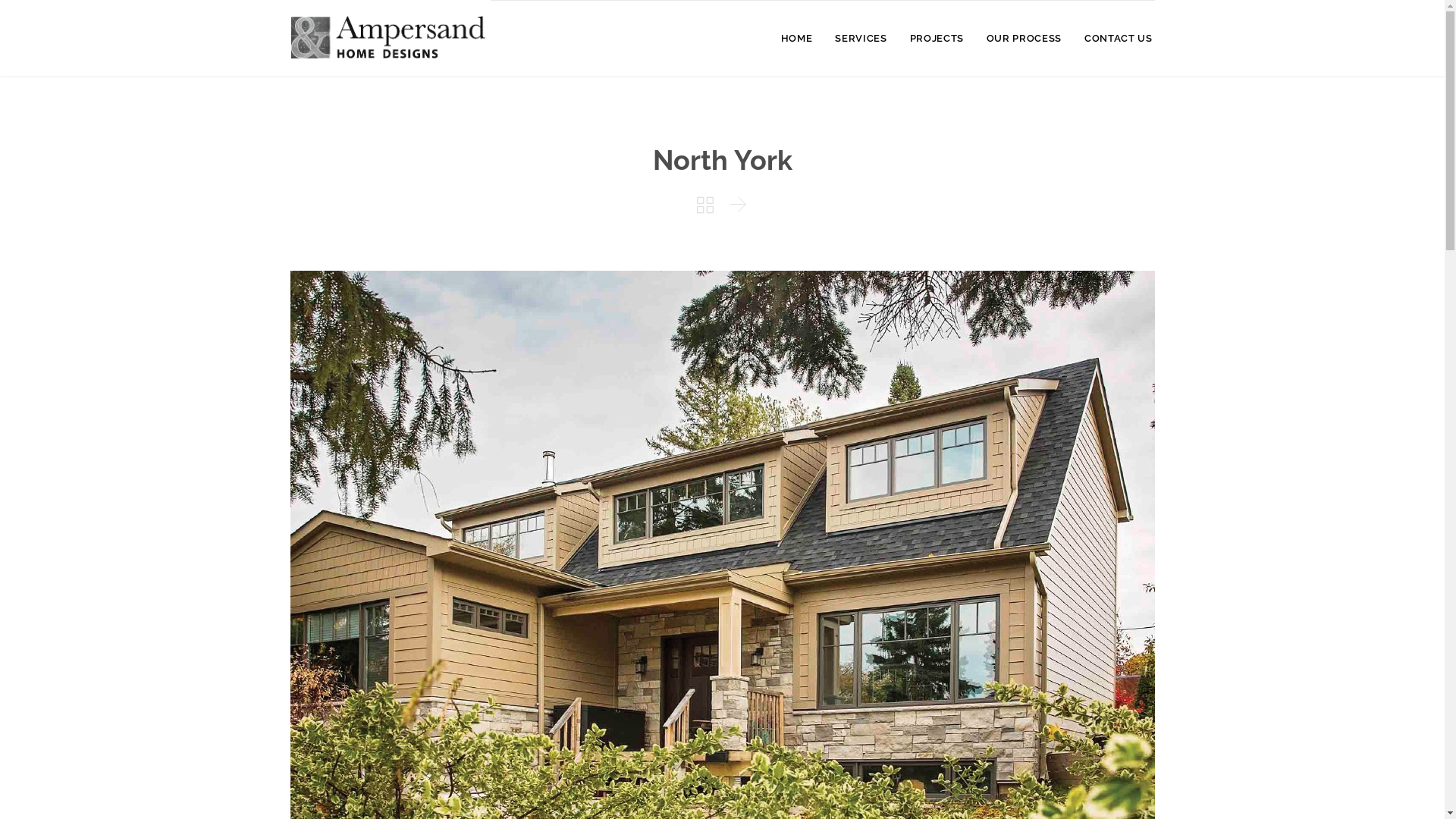 This screenshot has width=1456, height=819. Describe the element at coordinates (389, 37) in the screenshot. I see `'Ampersand Home Designs'` at that location.